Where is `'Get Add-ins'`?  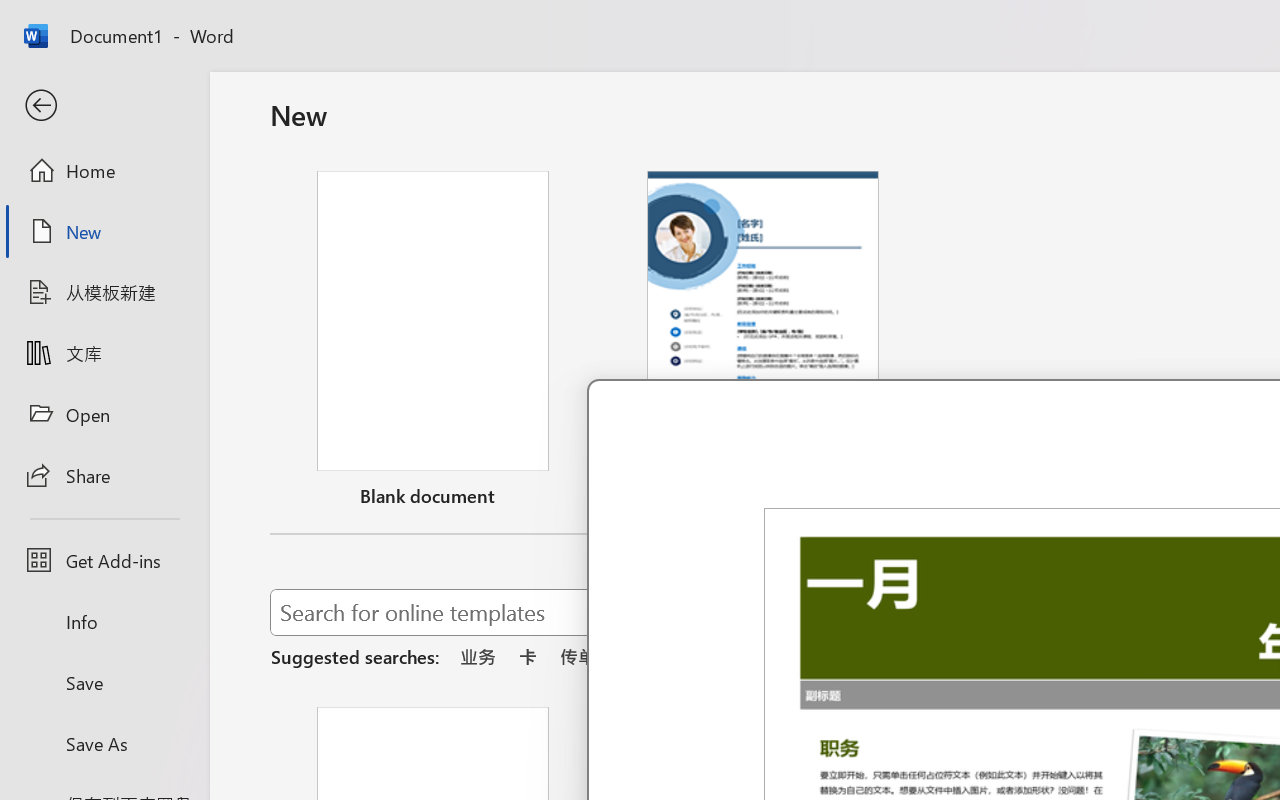
'Get Add-ins' is located at coordinates (103, 560).